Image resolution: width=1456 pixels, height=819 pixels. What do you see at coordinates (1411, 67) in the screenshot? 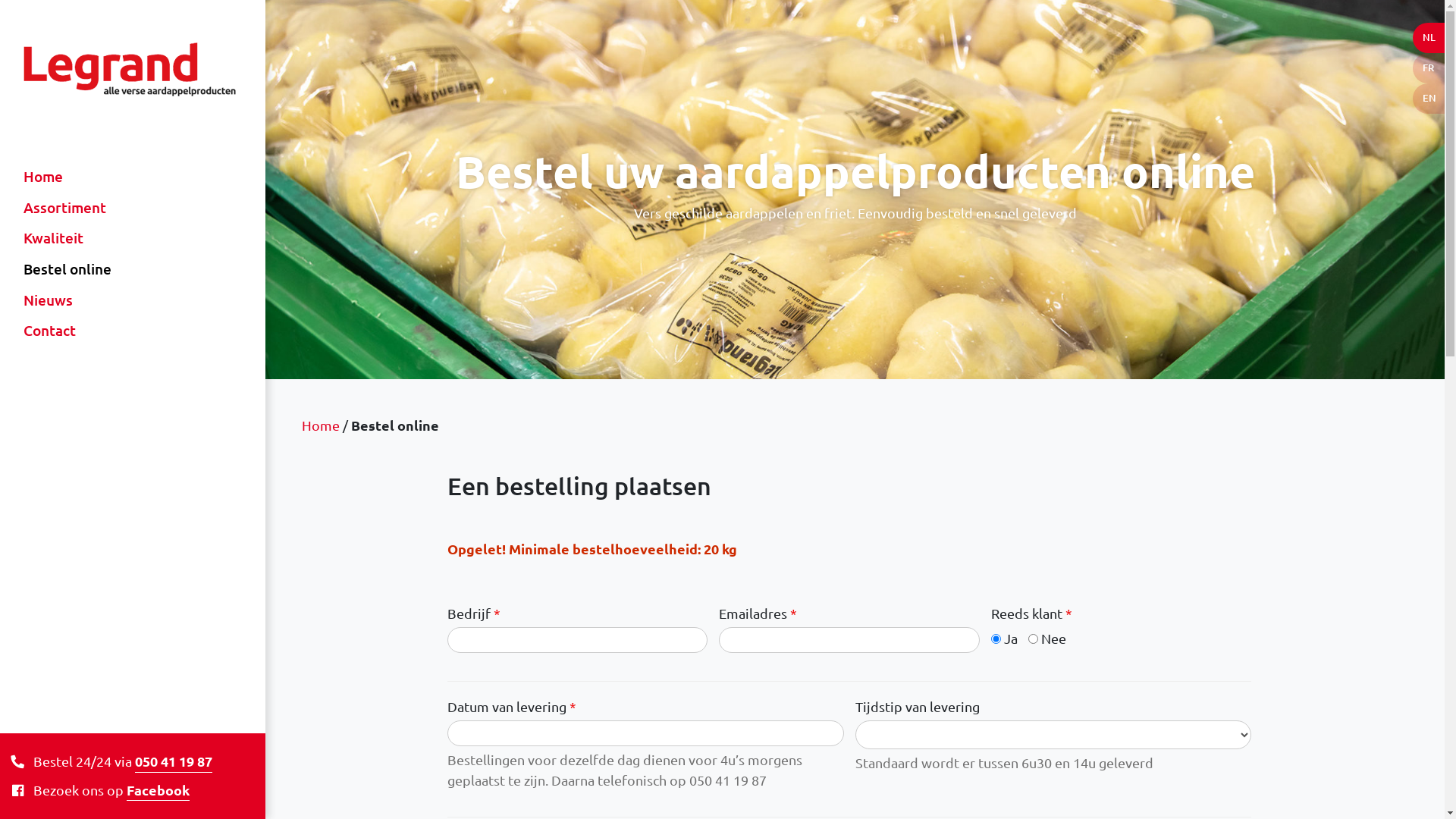
I see `'FR'` at bounding box center [1411, 67].